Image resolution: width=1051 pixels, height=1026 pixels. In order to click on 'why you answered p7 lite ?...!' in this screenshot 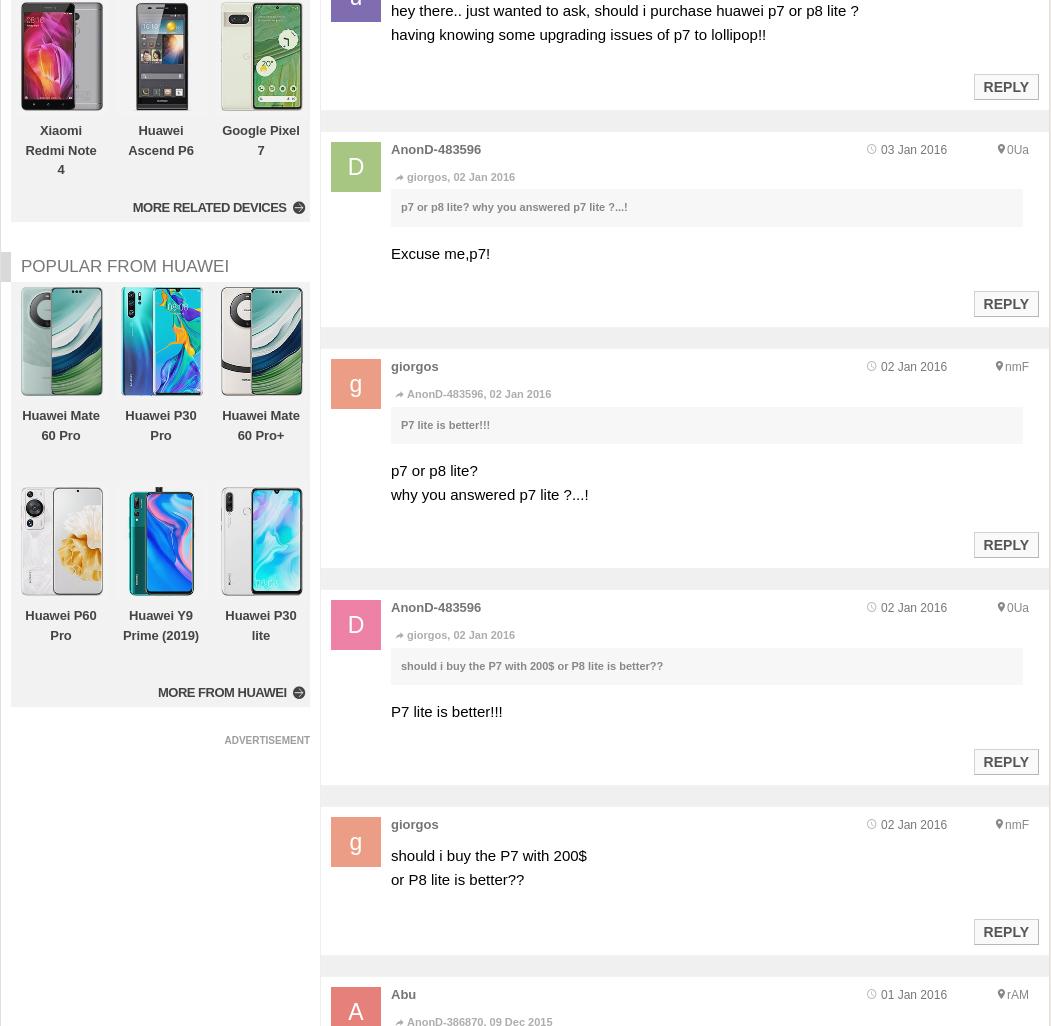, I will do `click(489, 493)`.